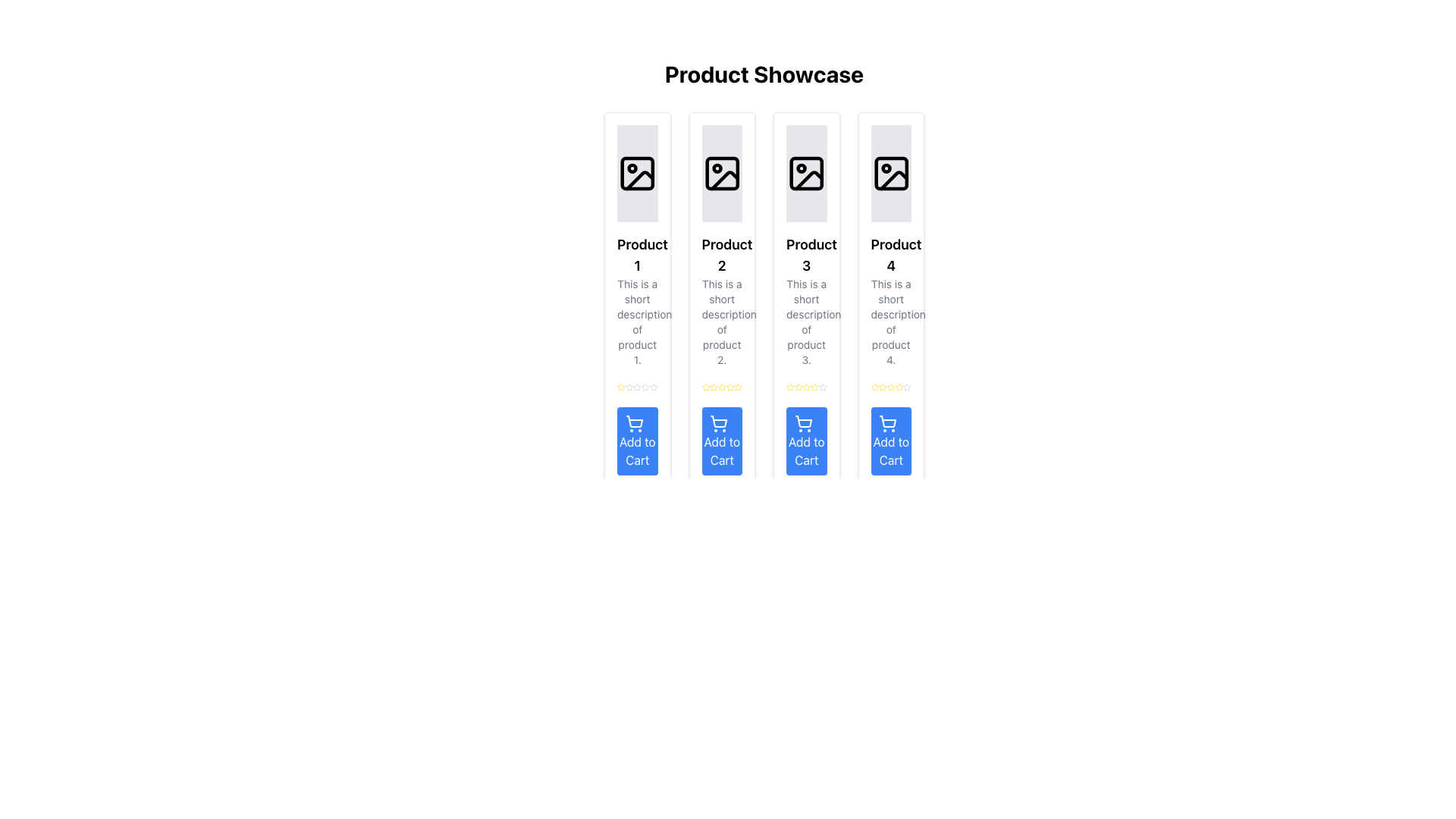  I want to click on the mountain icon with a sun overlay located at the top section of the 'Product 3' card in the grid of product cards, so click(808, 180).